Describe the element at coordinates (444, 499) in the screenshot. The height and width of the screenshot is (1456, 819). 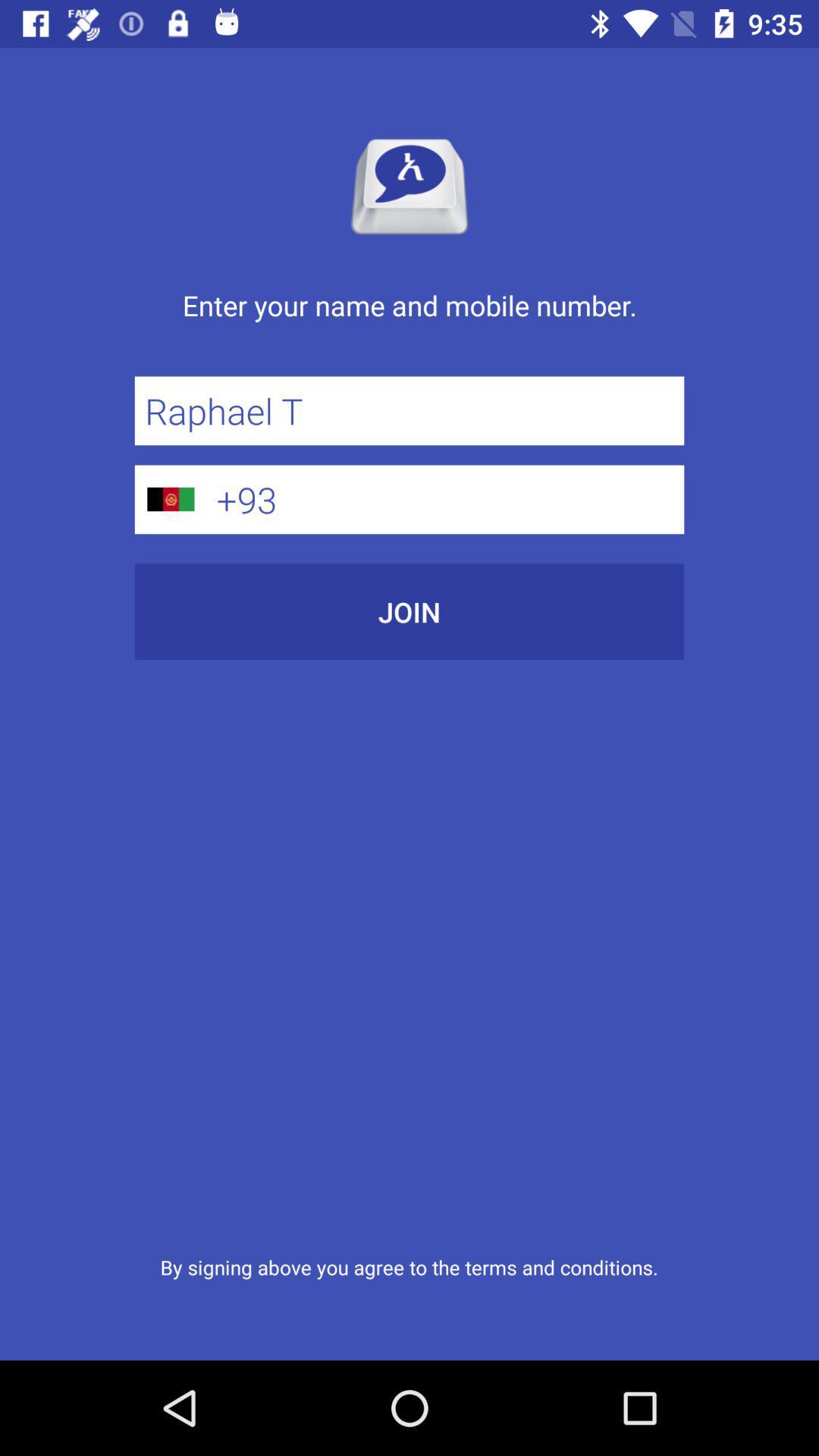
I see `+93` at that location.